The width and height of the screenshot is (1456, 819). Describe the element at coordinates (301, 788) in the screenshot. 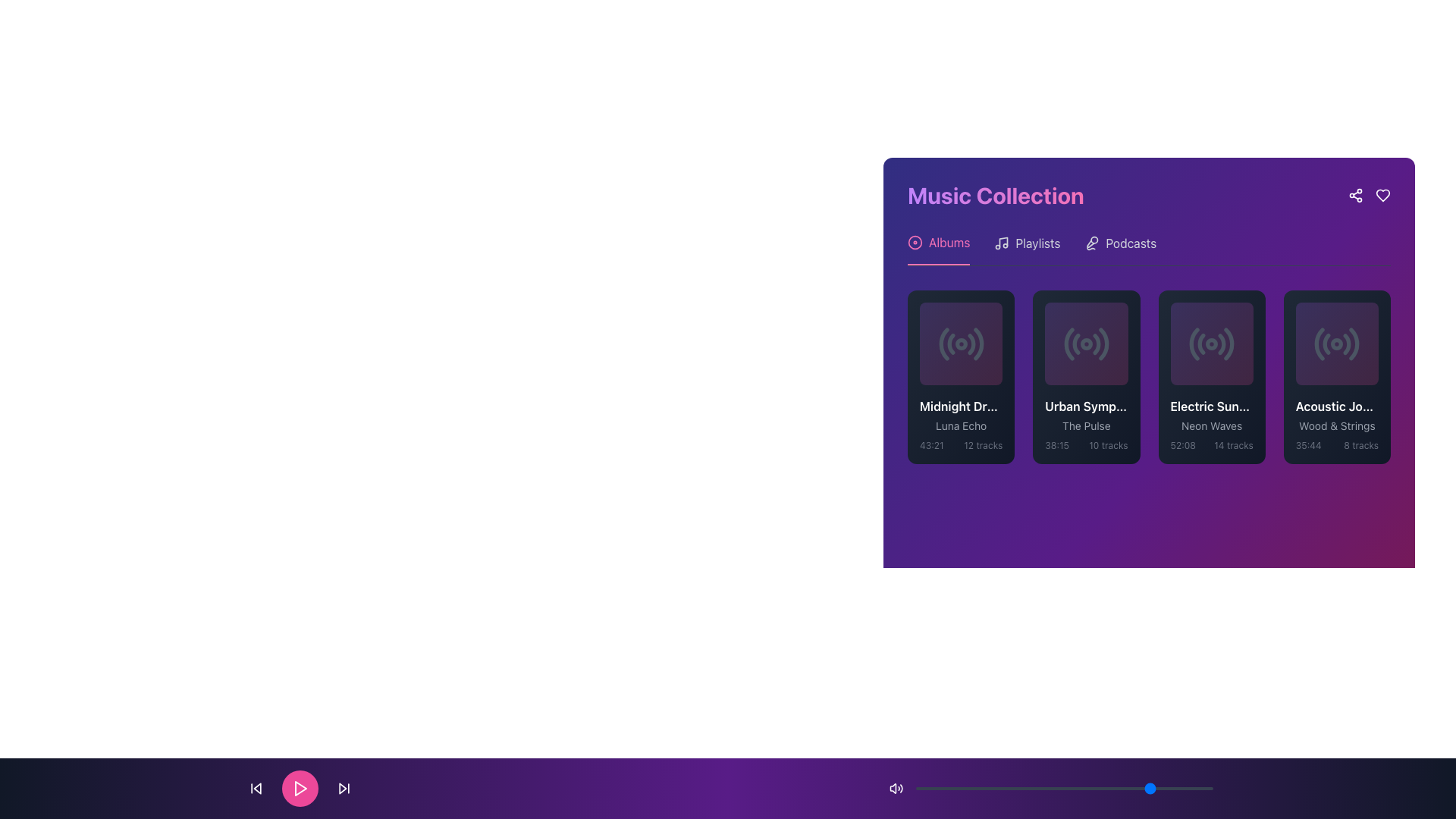

I see `the 'Play' button located in the middle of the bottom navigation bar` at that location.